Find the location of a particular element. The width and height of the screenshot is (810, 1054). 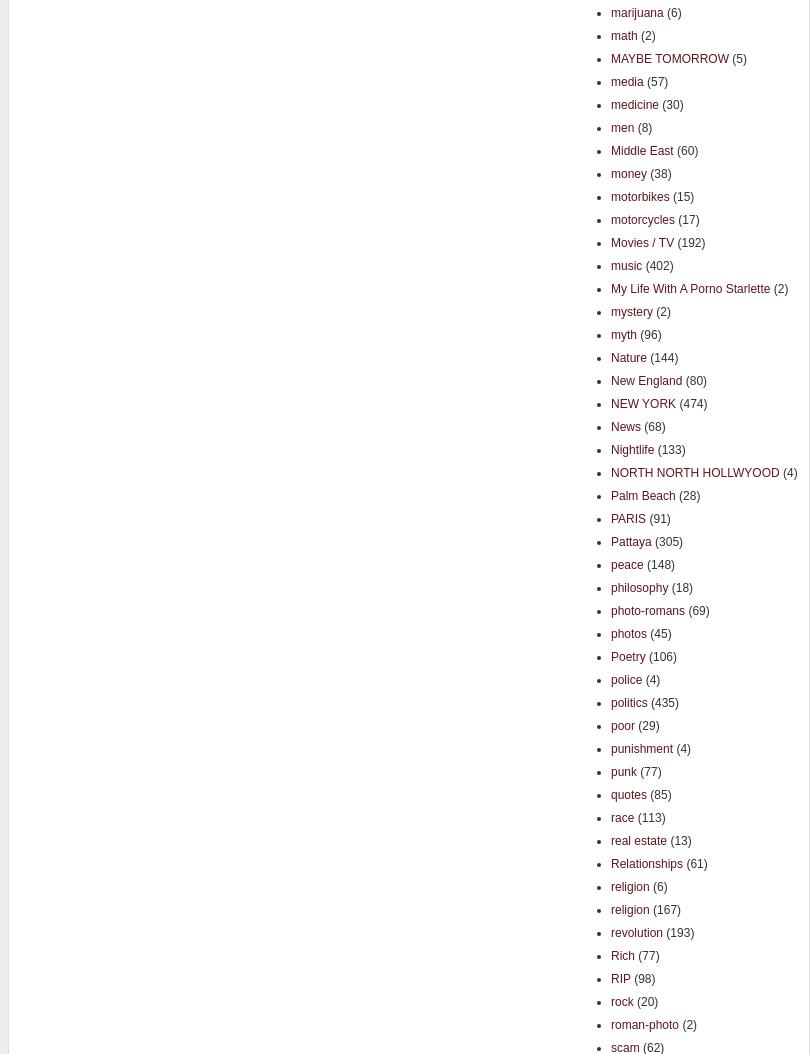

'(144)' is located at coordinates (646, 356).